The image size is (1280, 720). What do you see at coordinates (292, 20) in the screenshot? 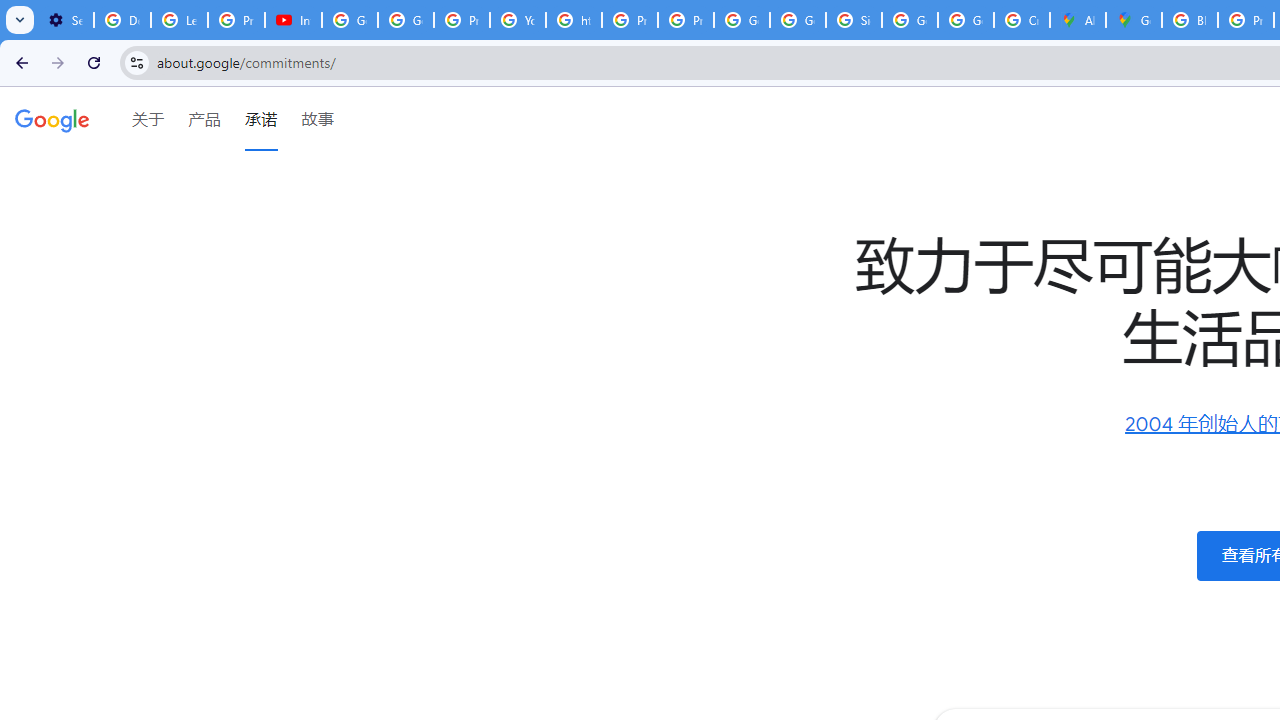
I see `'Introduction | Google Privacy Policy - YouTube'` at bounding box center [292, 20].